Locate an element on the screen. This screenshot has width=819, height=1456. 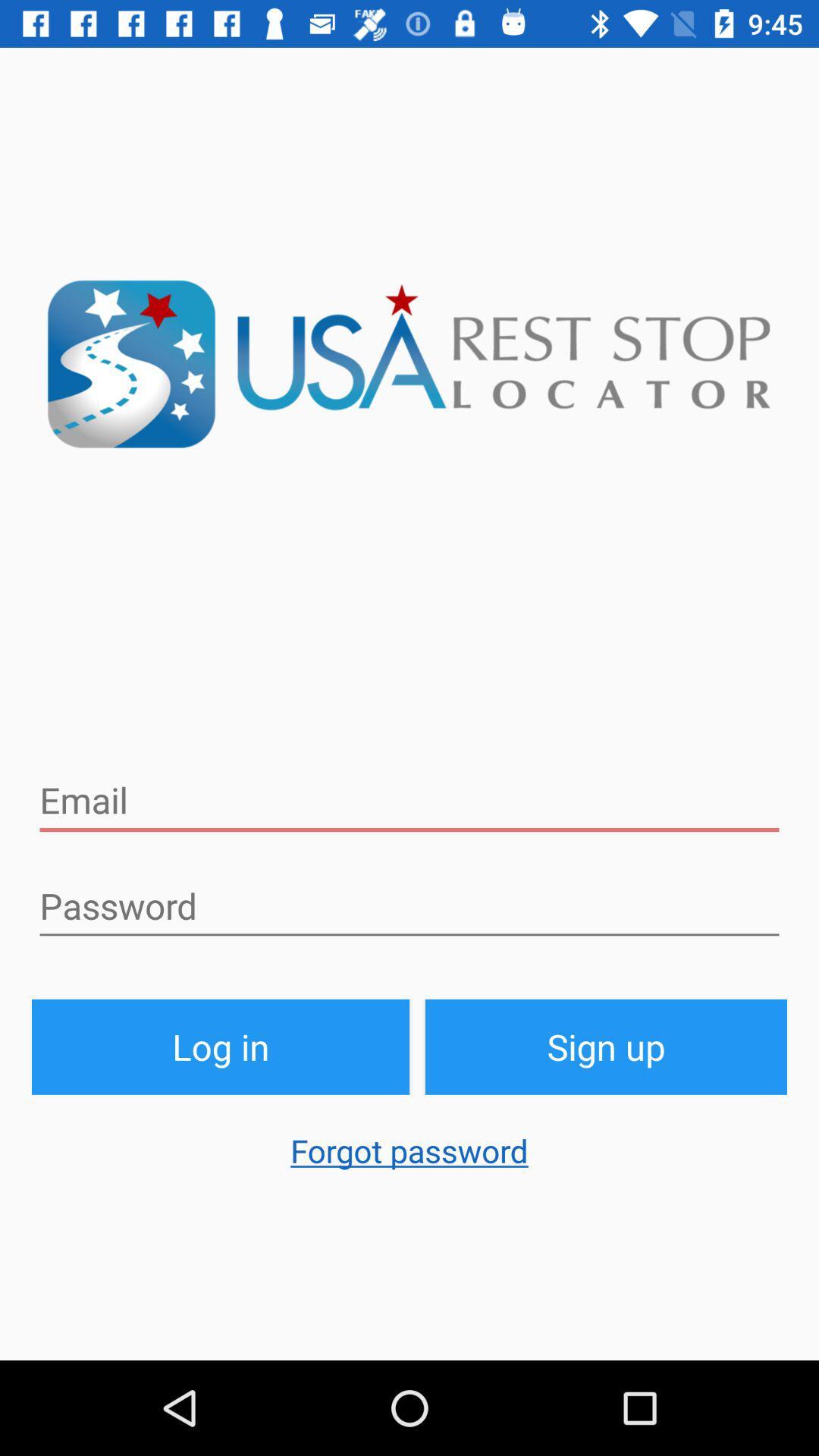
the button above the forgot password item is located at coordinates (220, 1046).